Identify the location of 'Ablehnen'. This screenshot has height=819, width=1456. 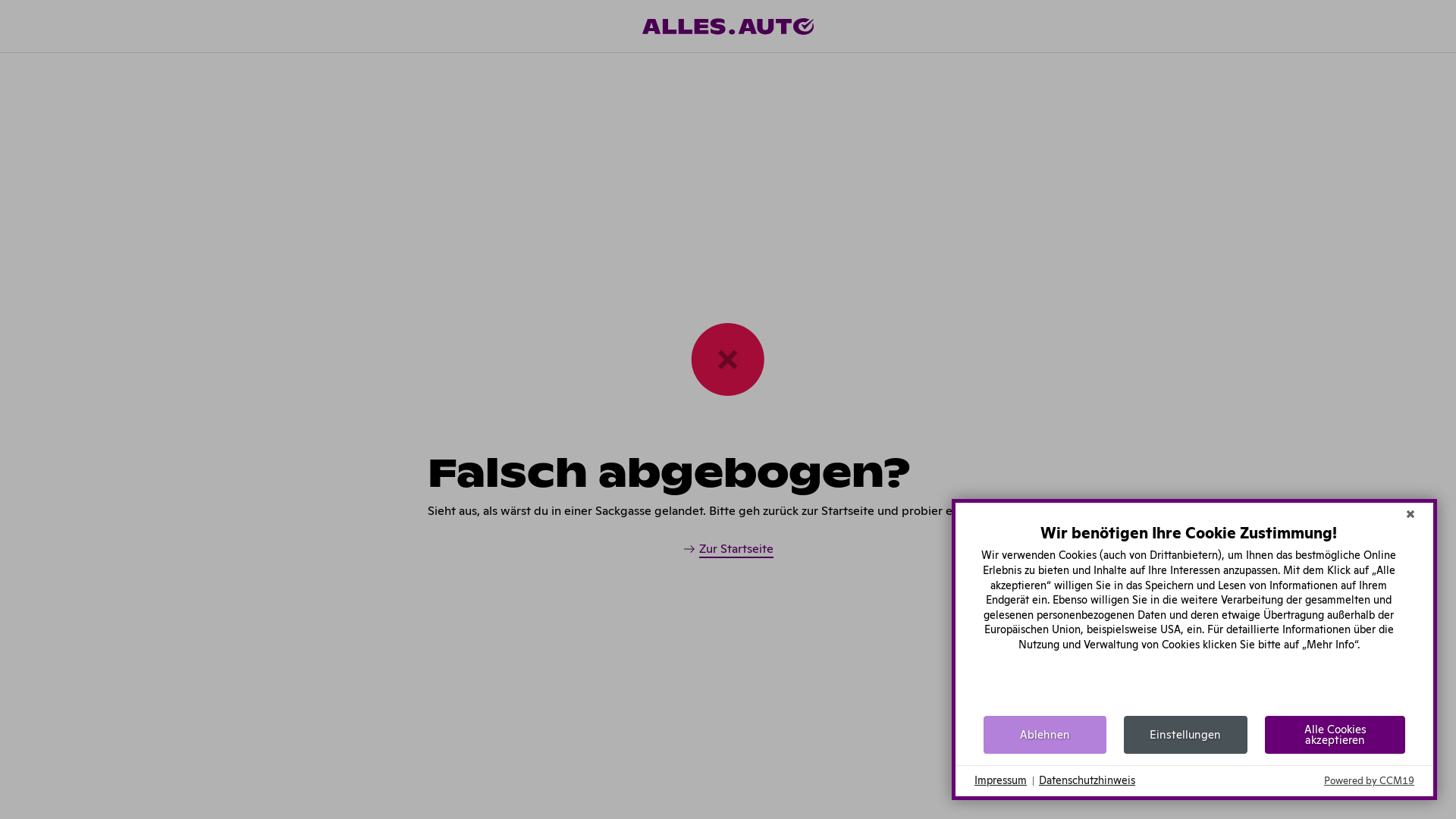
(1043, 733).